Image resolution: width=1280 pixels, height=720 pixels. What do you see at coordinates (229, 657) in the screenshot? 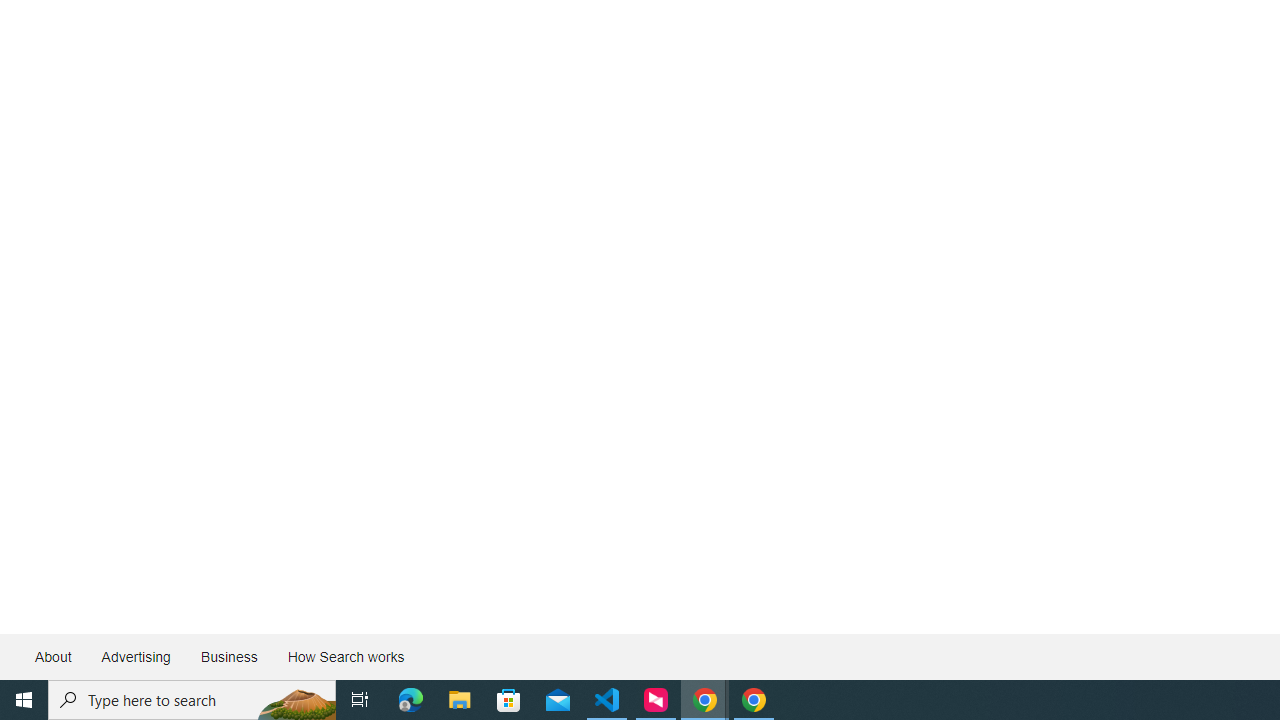
I see `'Business'` at bounding box center [229, 657].